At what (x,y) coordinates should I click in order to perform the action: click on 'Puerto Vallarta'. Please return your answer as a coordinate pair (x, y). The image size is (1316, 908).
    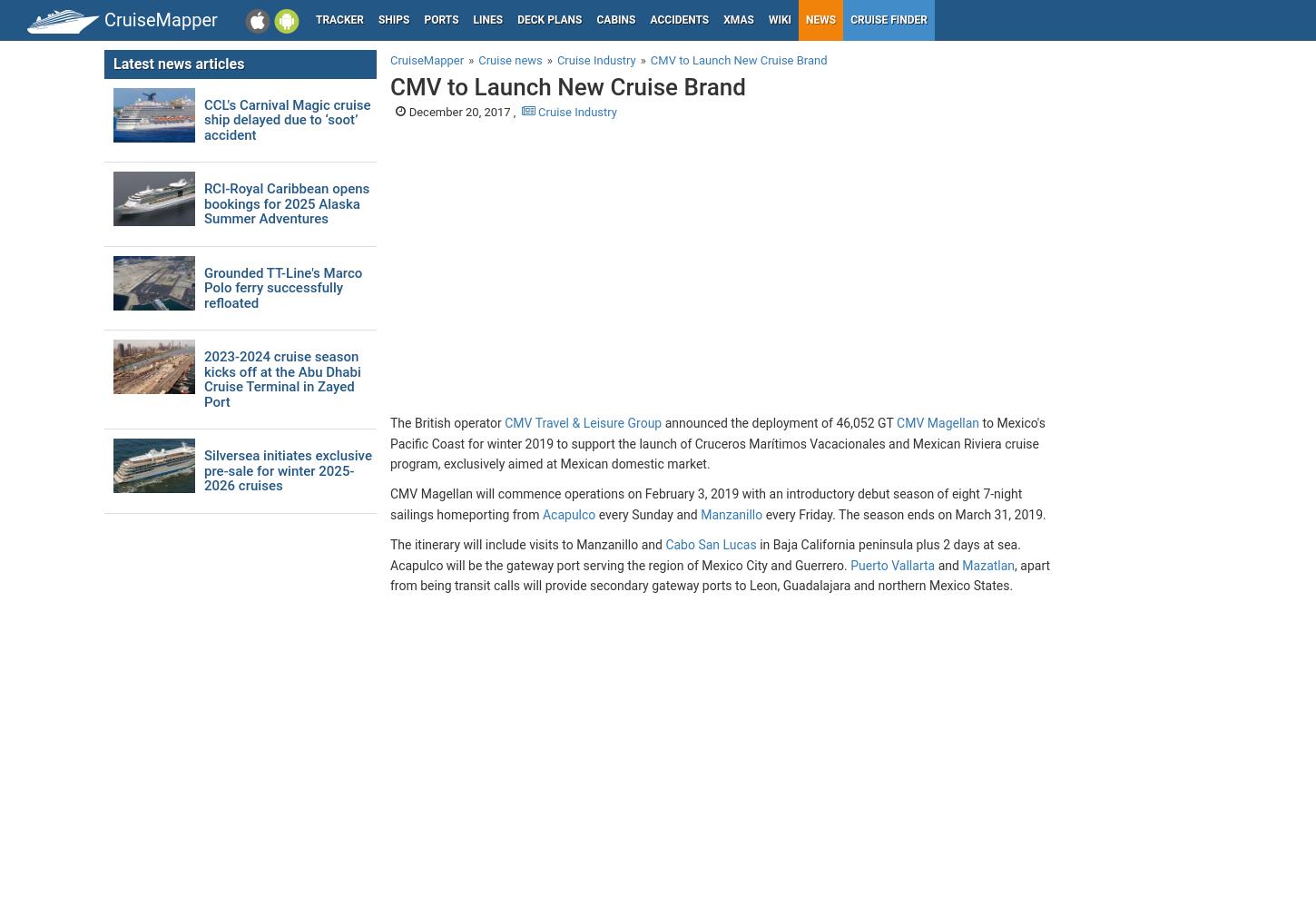
    Looking at the image, I should click on (849, 564).